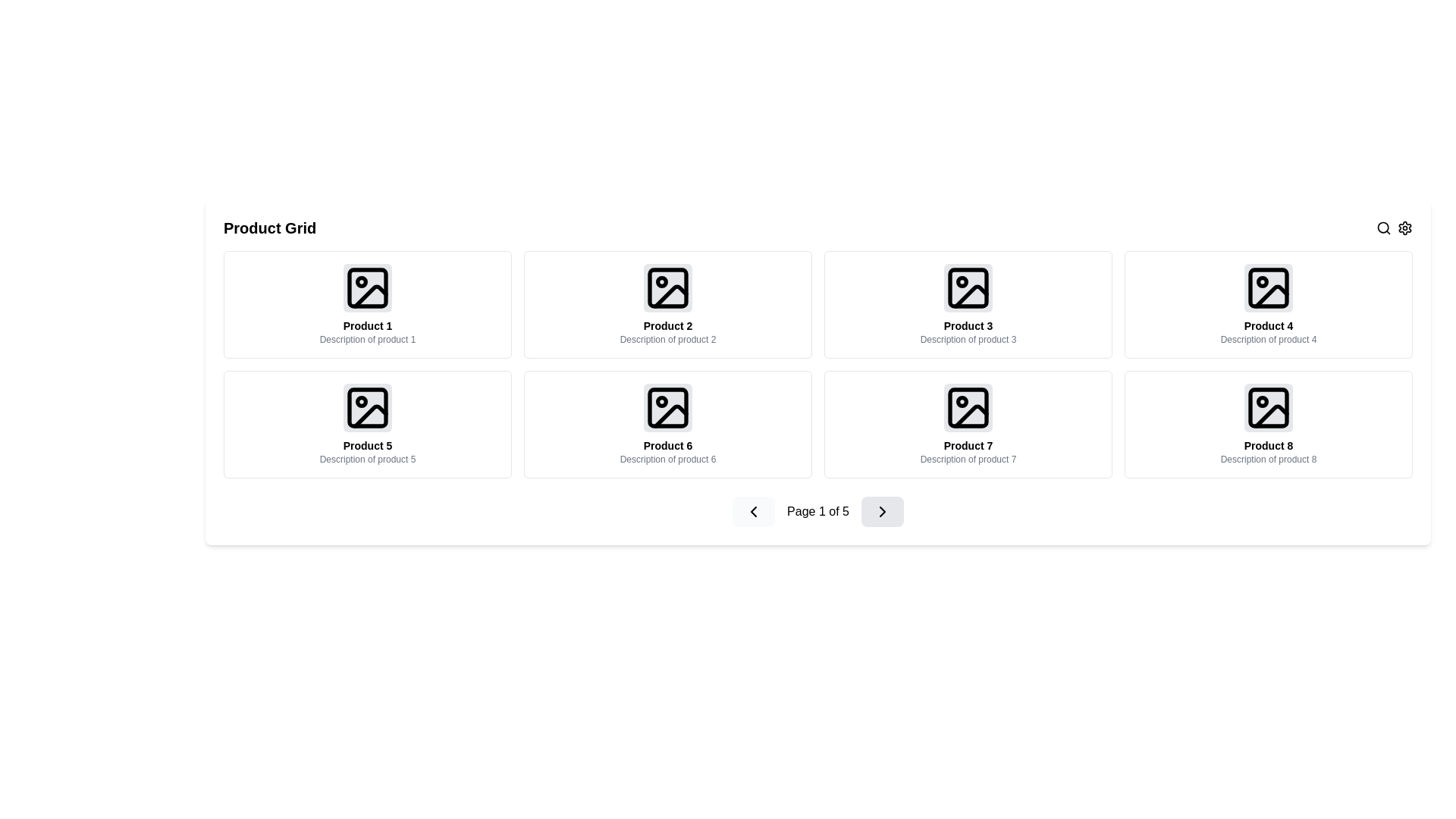 The width and height of the screenshot is (1456, 819). Describe the element at coordinates (967, 288) in the screenshot. I see `the Image Placeholder for 'Product 3', which is centrally aligned above the text 'Product 3' in the 'Product Grid'` at that location.